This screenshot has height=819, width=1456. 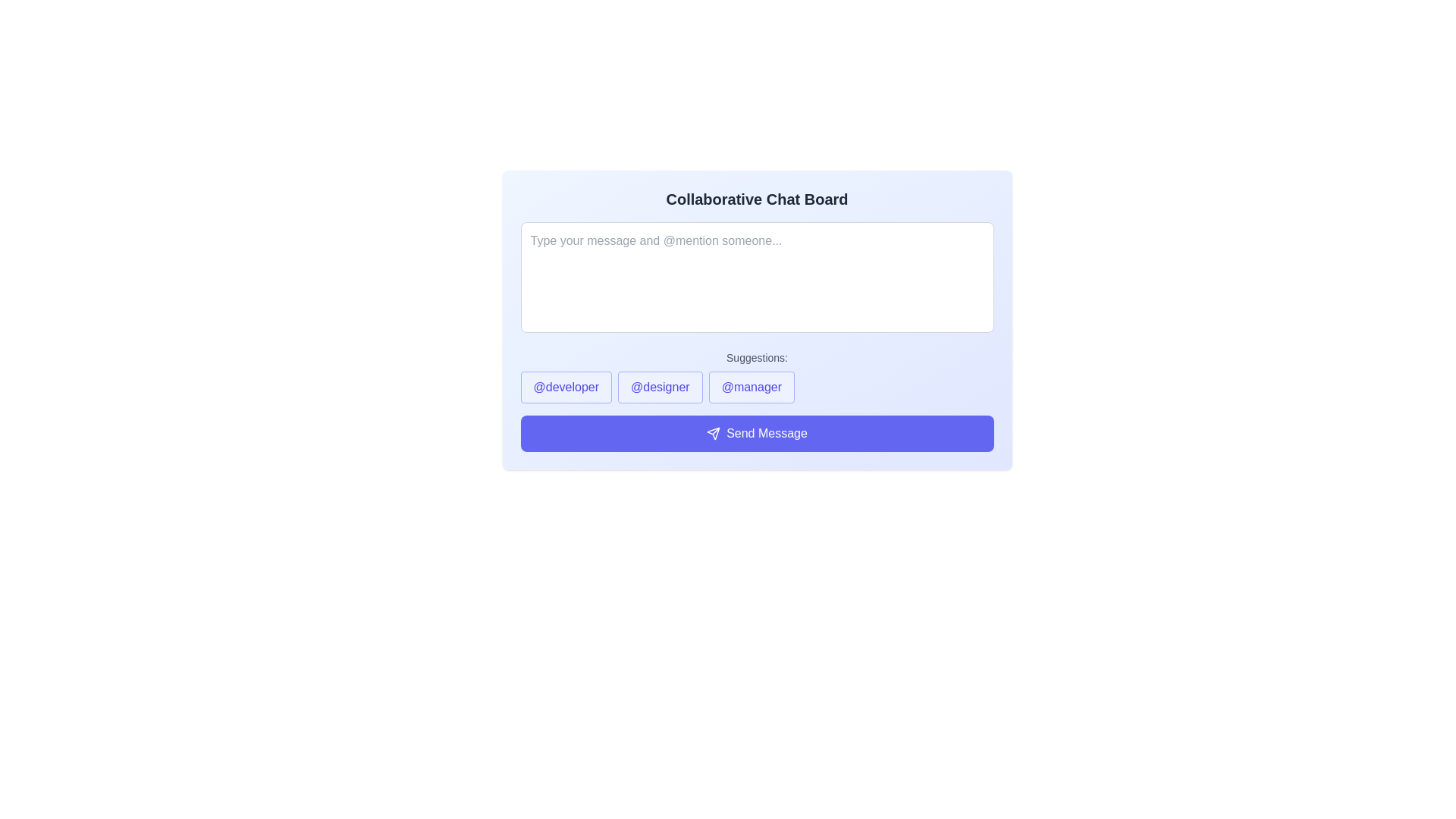 What do you see at coordinates (565, 386) in the screenshot?
I see `the button labeled '@developer' with a light indigo background and darker indigo borders, located below the 'Suggestions:' label` at bounding box center [565, 386].